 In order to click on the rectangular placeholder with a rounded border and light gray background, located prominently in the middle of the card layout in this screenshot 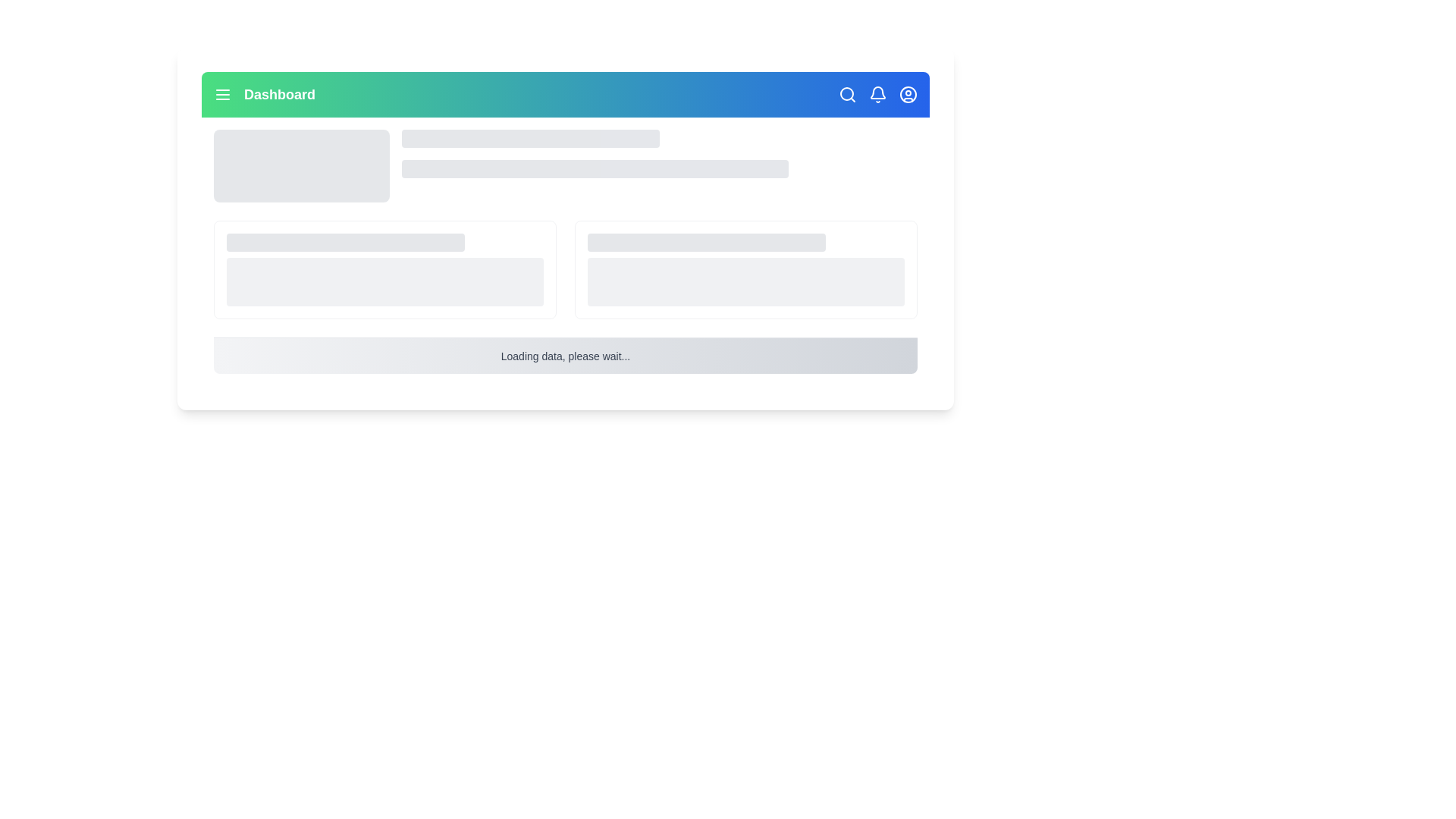, I will do `click(385, 281)`.